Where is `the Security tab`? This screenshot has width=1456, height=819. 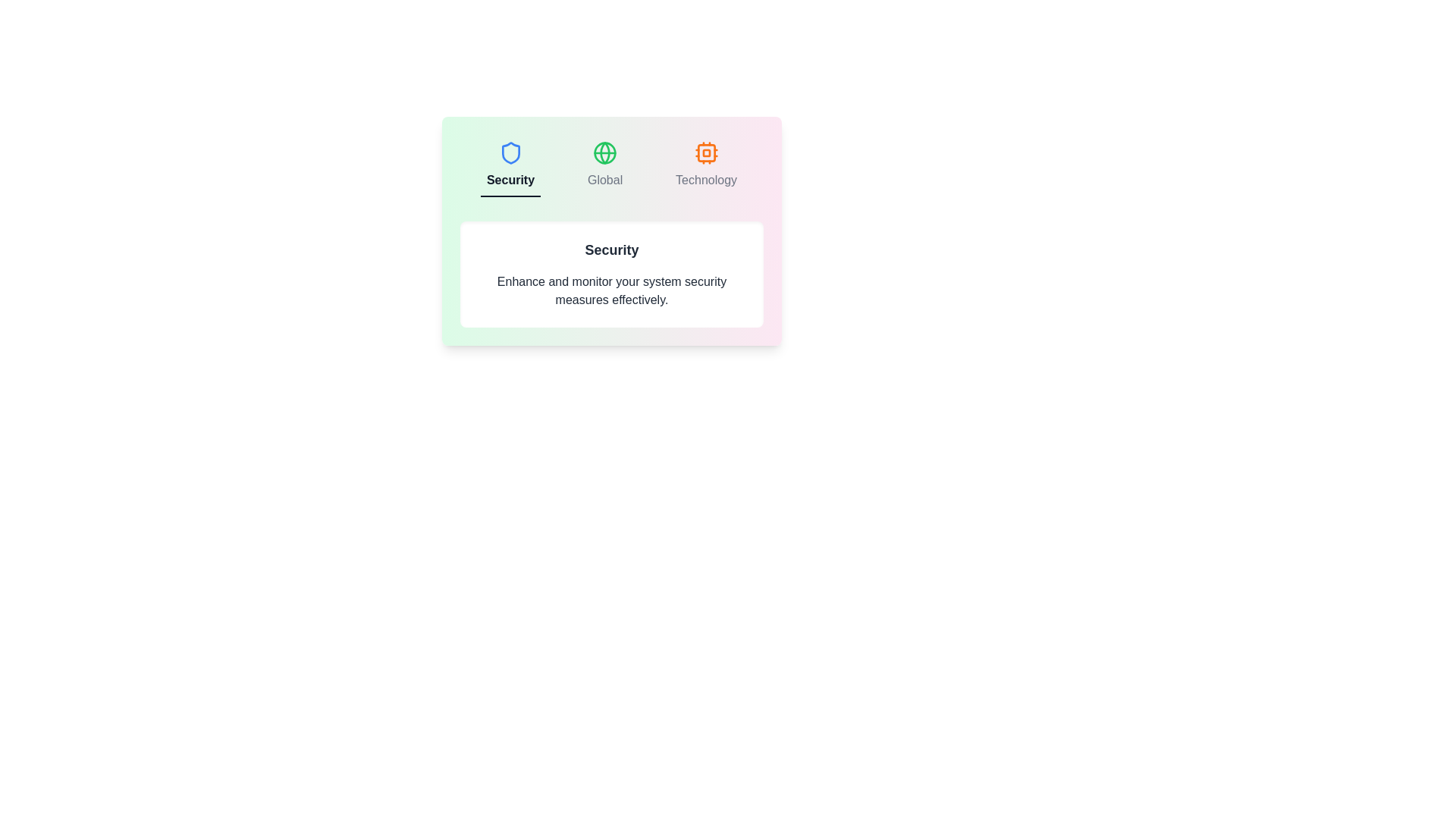
the Security tab is located at coordinates (510, 166).